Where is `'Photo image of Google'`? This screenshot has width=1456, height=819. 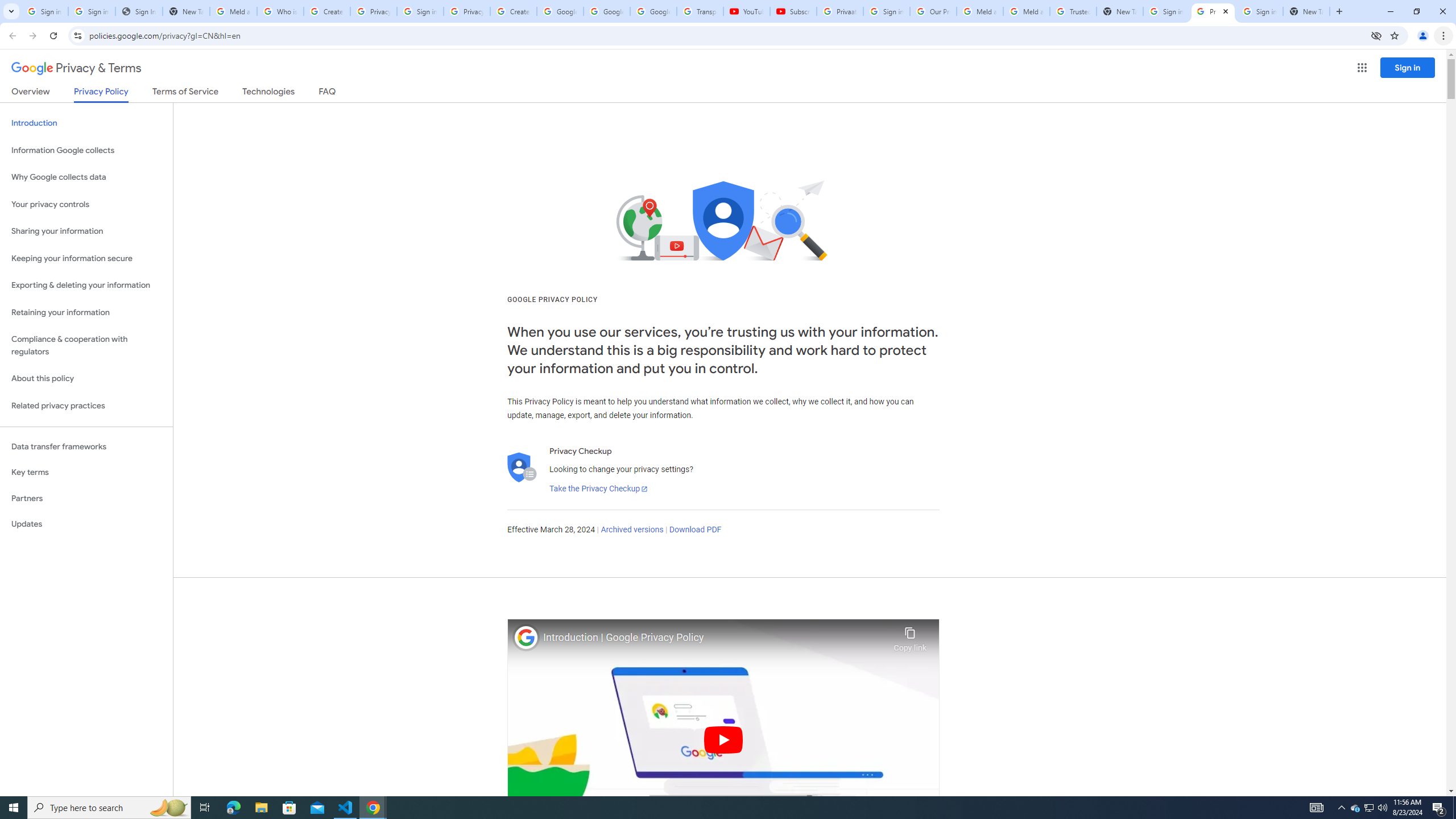
'Photo image of Google' is located at coordinates (526, 636).